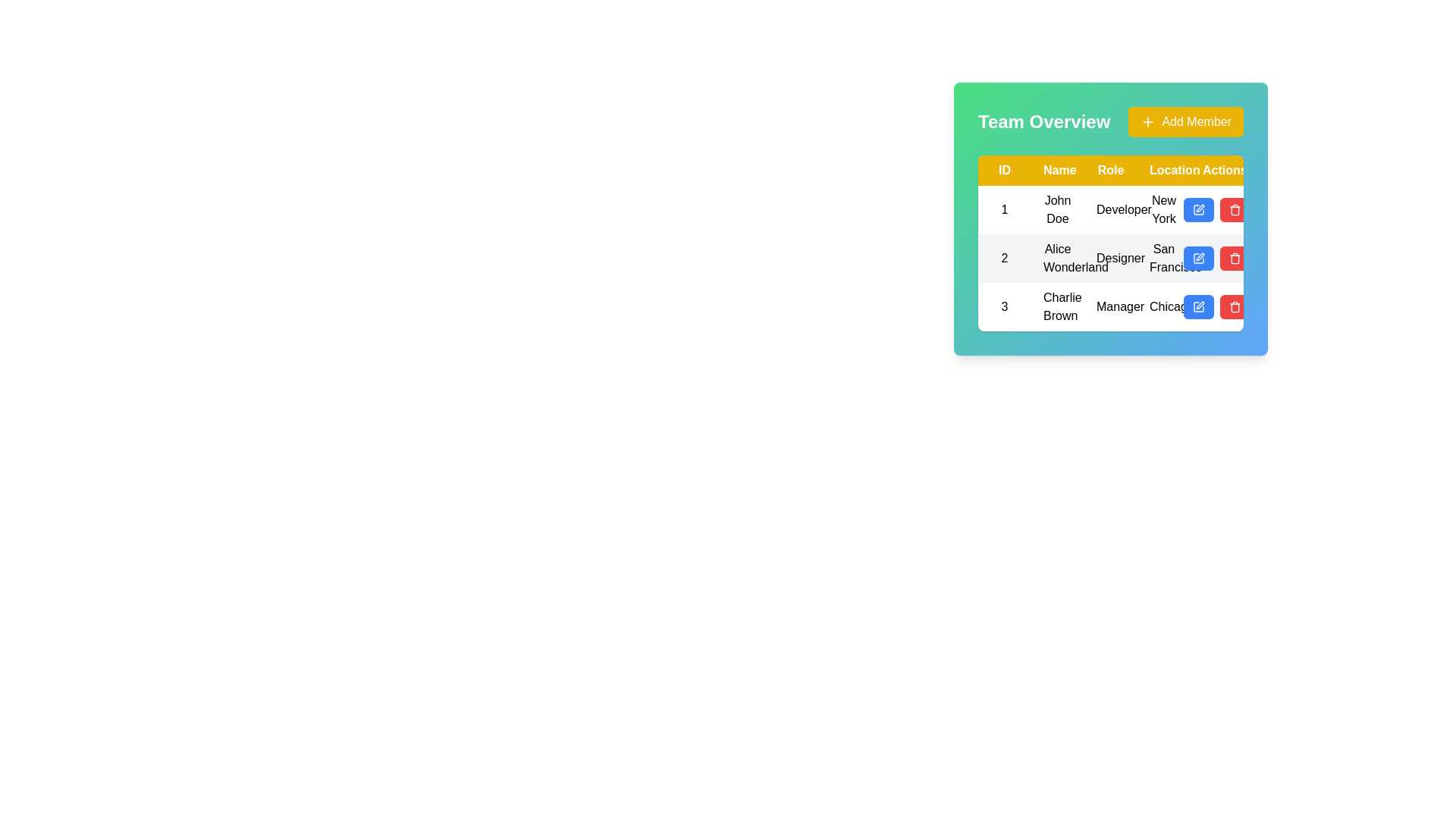 The height and width of the screenshot is (819, 1456). I want to click on the first row of the 'Team Overview' table that displays user information including 'John Doe, Developer, New York' and action buttons for editing and deletion, so click(1110, 210).